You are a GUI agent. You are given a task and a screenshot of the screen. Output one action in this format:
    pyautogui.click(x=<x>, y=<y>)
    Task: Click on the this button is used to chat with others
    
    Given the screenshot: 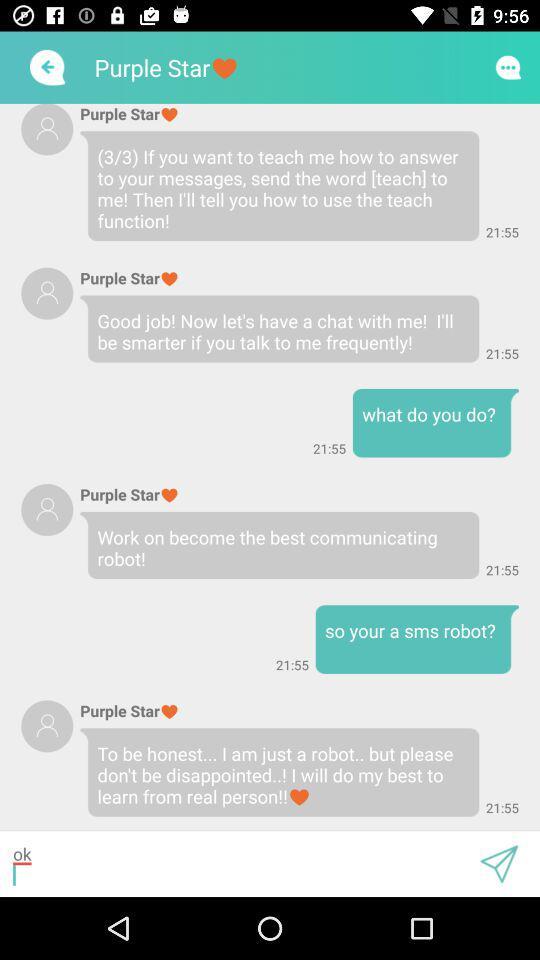 What is the action you would take?
    pyautogui.click(x=508, y=67)
    